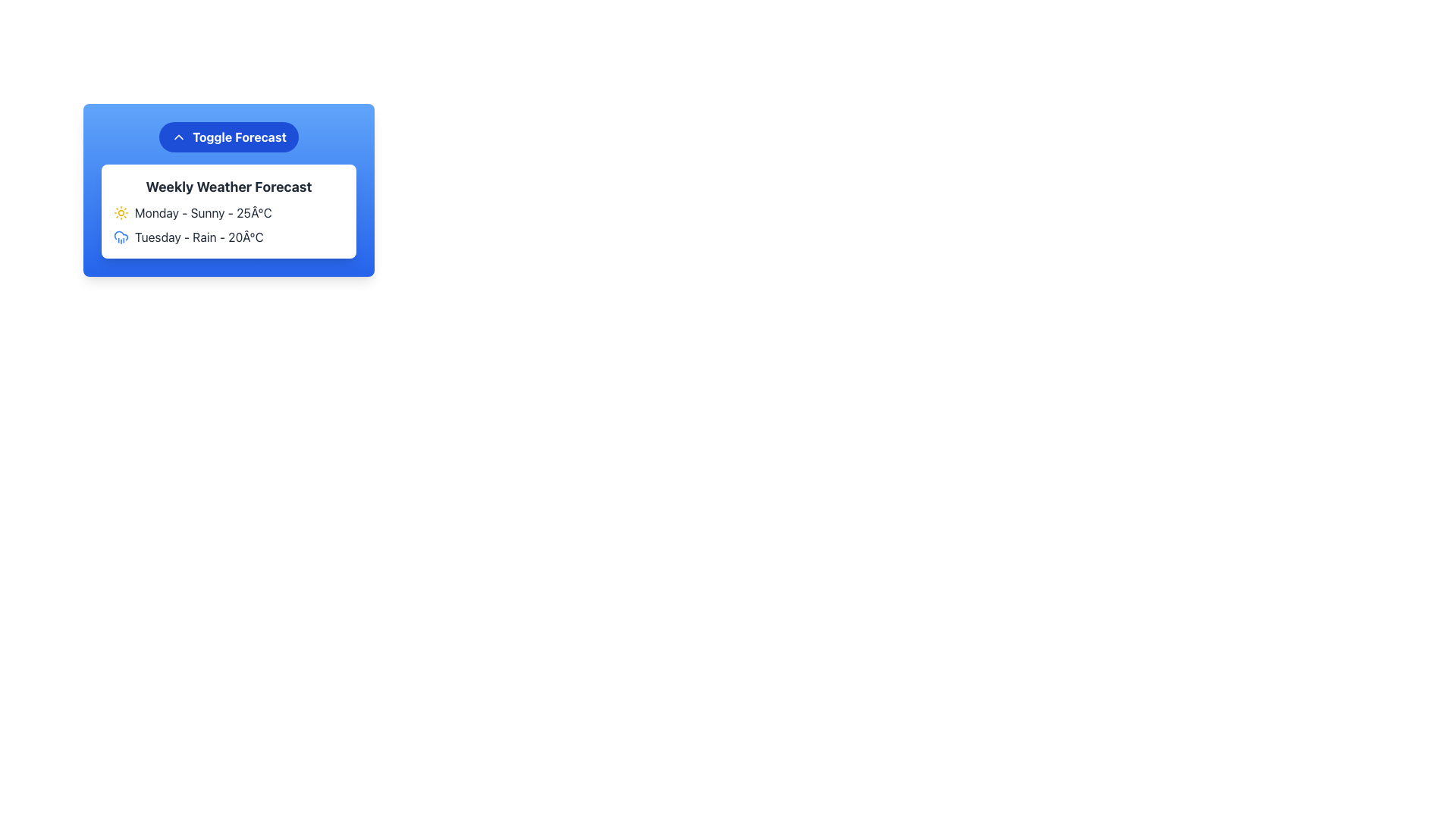 Image resolution: width=1456 pixels, height=819 pixels. I want to click on the weather forecast entry displaying 'Monday - Sunny - 25Â°C', which includes a yellow sun icon and appears first in the list under the 'Weekly Weather Forecast' section, so click(228, 213).